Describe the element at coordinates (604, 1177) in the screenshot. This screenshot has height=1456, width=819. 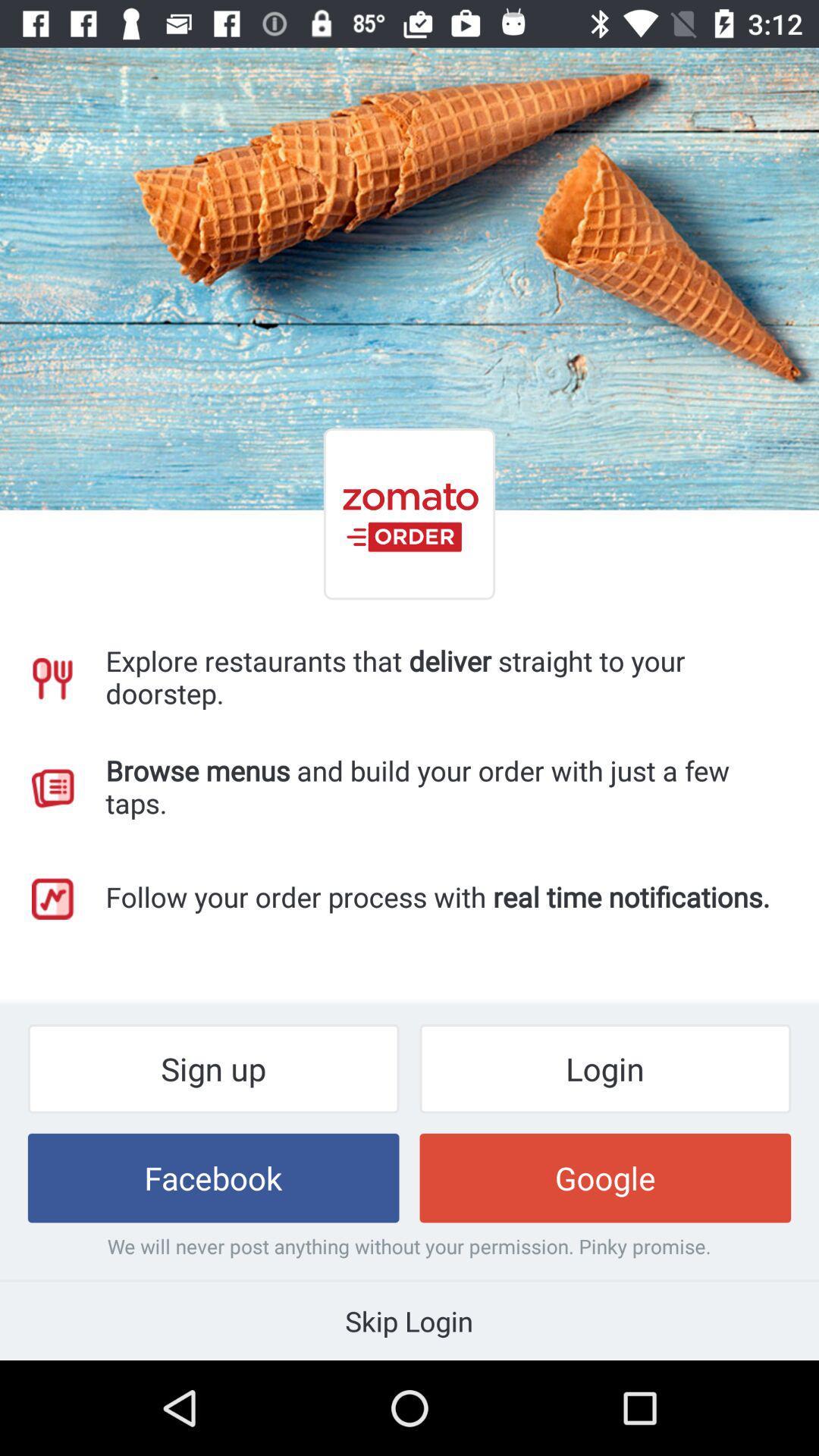
I see `item next to facebook item` at that location.